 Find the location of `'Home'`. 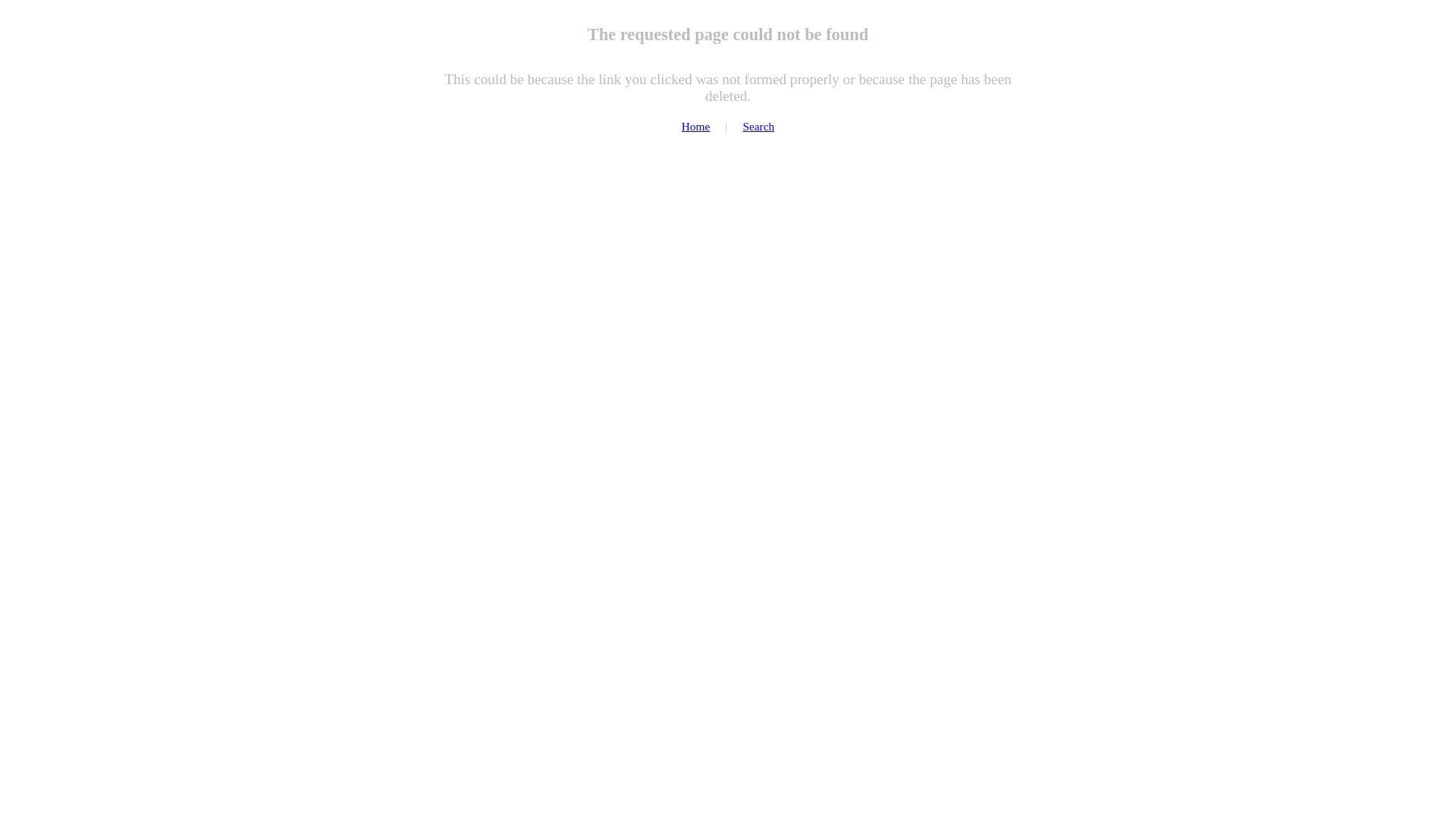

'Home' is located at coordinates (695, 125).